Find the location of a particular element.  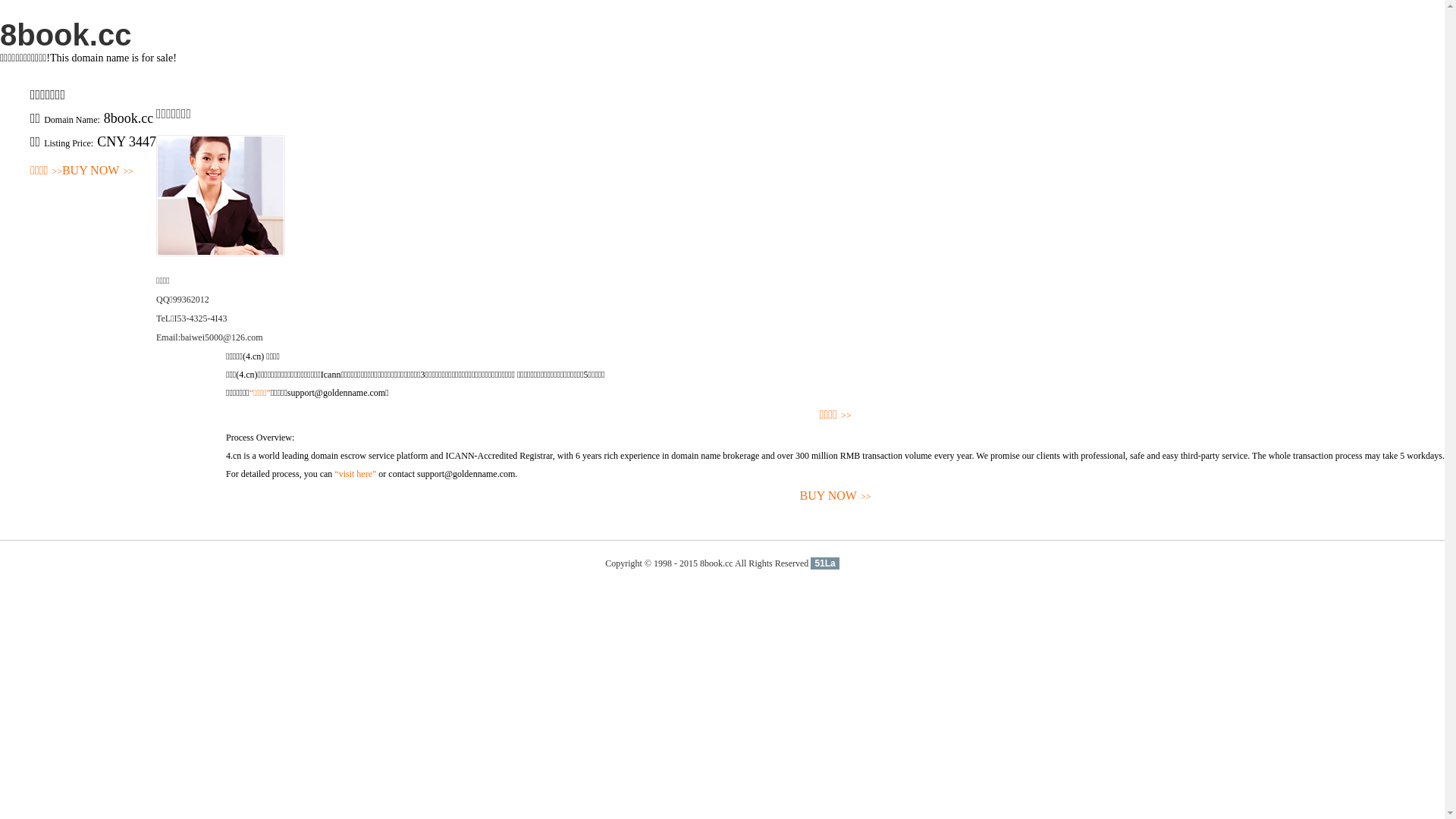

'BUY NOW>>' is located at coordinates (834, 496).